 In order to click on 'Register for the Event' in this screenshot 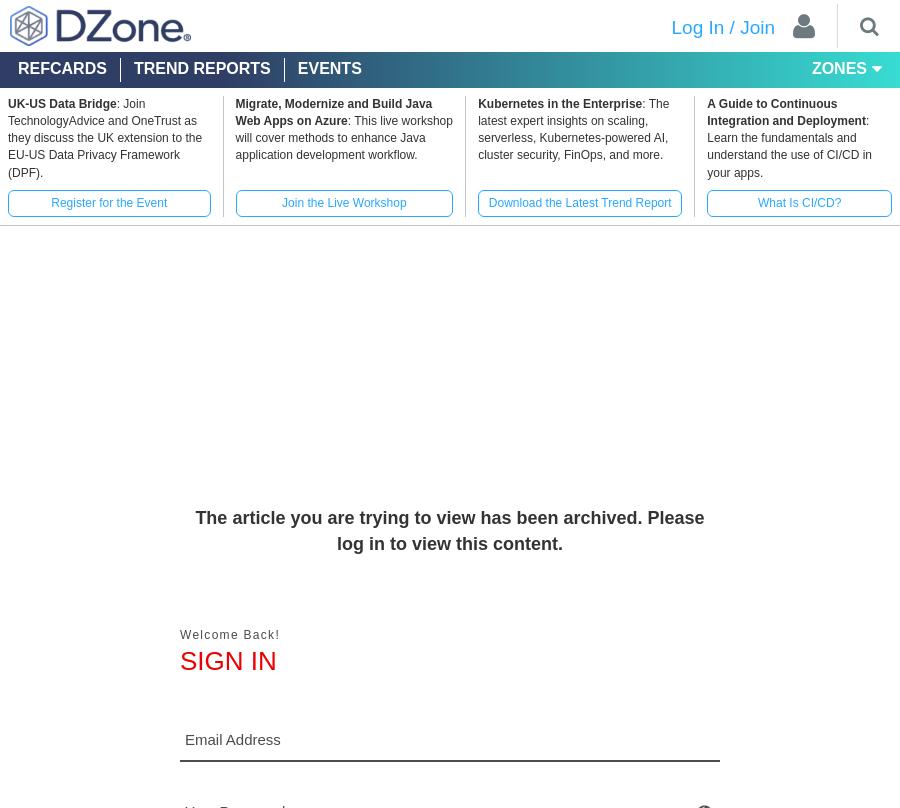, I will do `click(107, 202)`.